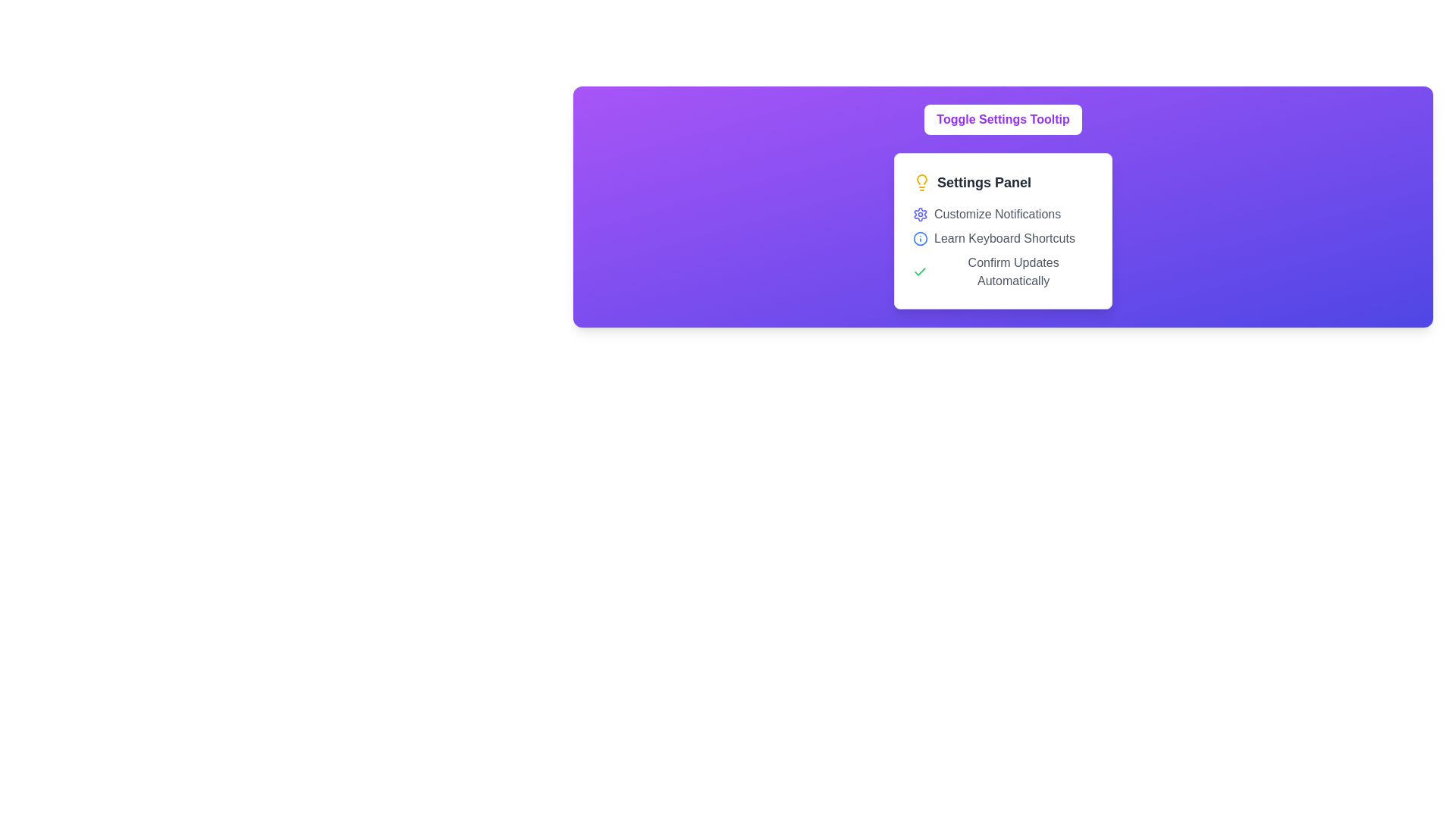  What do you see at coordinates (920, 239) in the screenshot?
I see `the informational icon that precedes the text 'Learn Keyboard Shortcuts' in the Settings Panel` at bounding box center [920, 239].